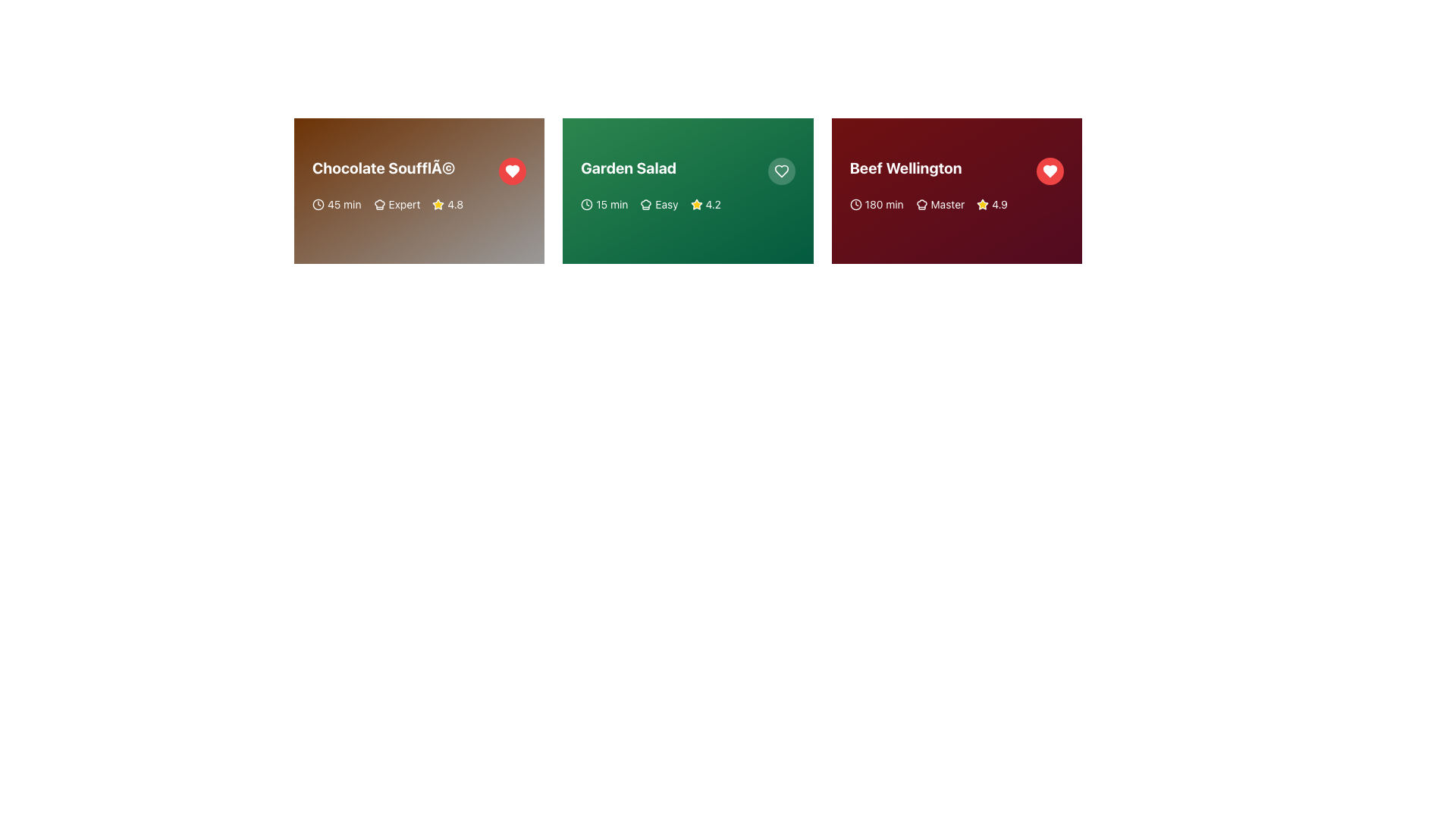 The image size is (1456, 819). What do you see at coordinates (921, 205) in the screenshot?
I see `the SVG-based icon representing a chef's hat in the 'Beef Wellington' card, located in the top-right corner adjacent to interactive elements` at bounding box center [921, 205].